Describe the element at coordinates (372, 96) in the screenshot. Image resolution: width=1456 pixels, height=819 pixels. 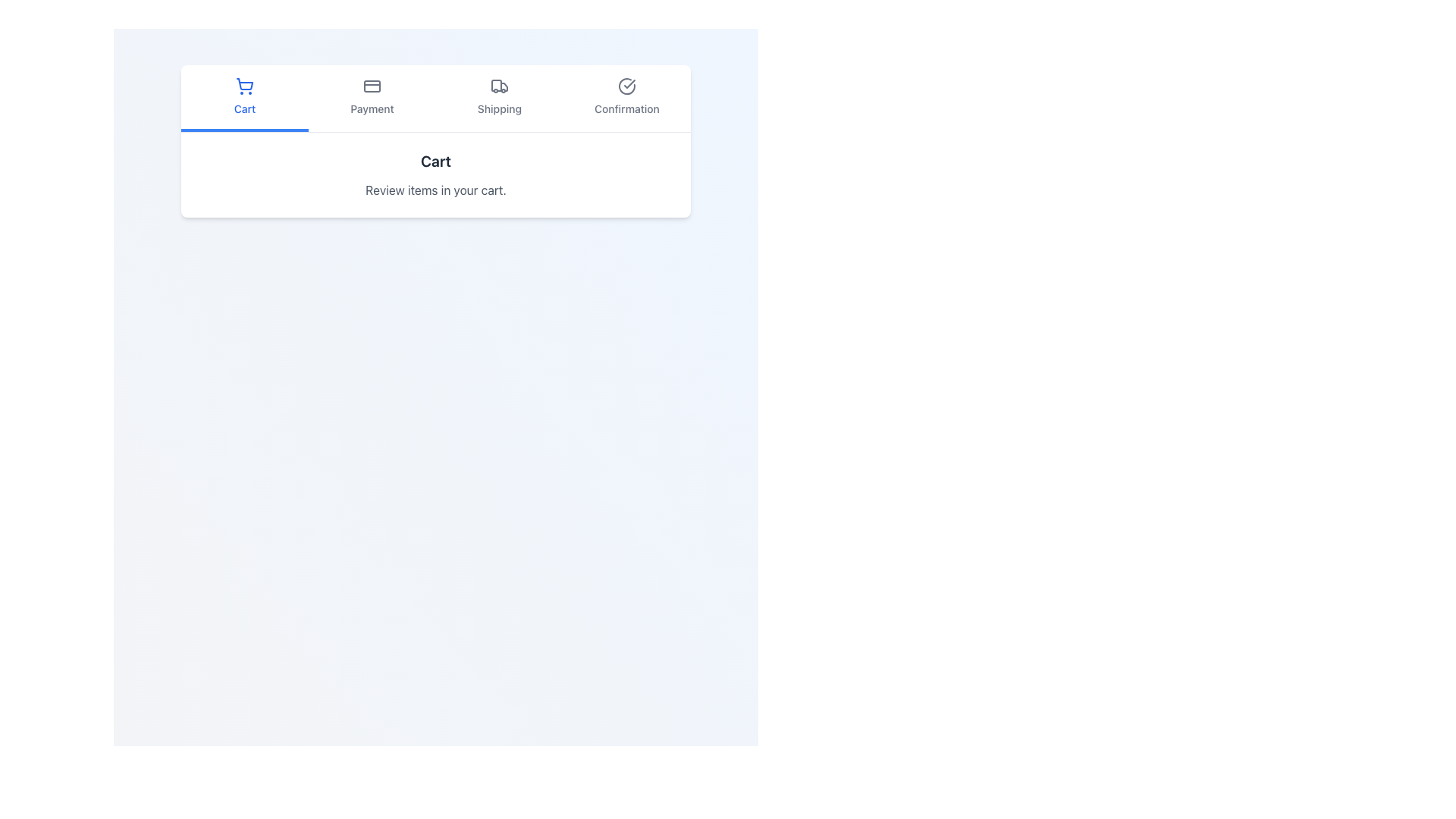
I see `the 'Payment' interactive navigation link, which is the second option in the horizontal navigation bar, to potentially reveal a tooltip or highlight it` at that location.